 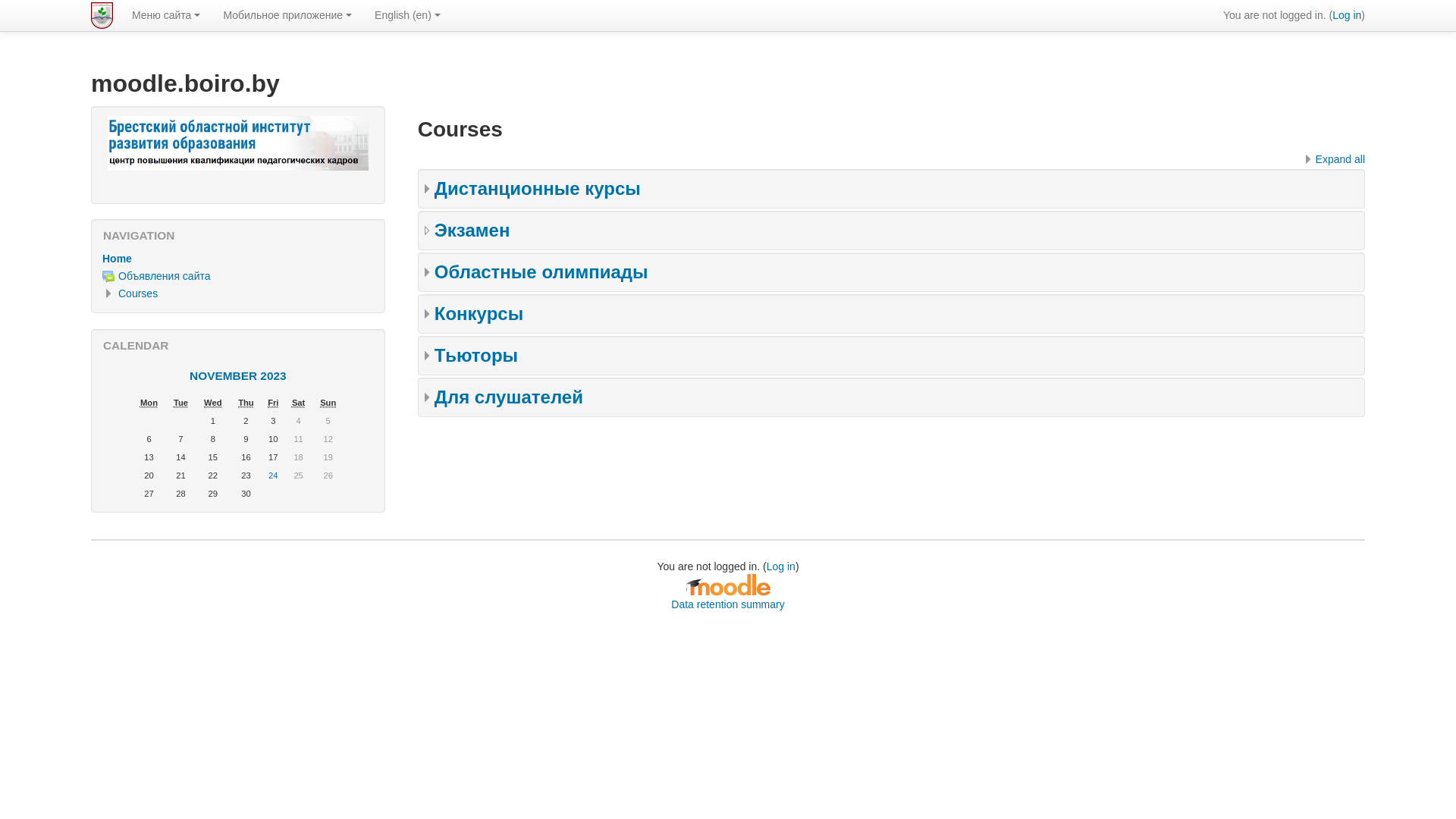 I want to click on 'English (en)', so click(x=407, y=14).